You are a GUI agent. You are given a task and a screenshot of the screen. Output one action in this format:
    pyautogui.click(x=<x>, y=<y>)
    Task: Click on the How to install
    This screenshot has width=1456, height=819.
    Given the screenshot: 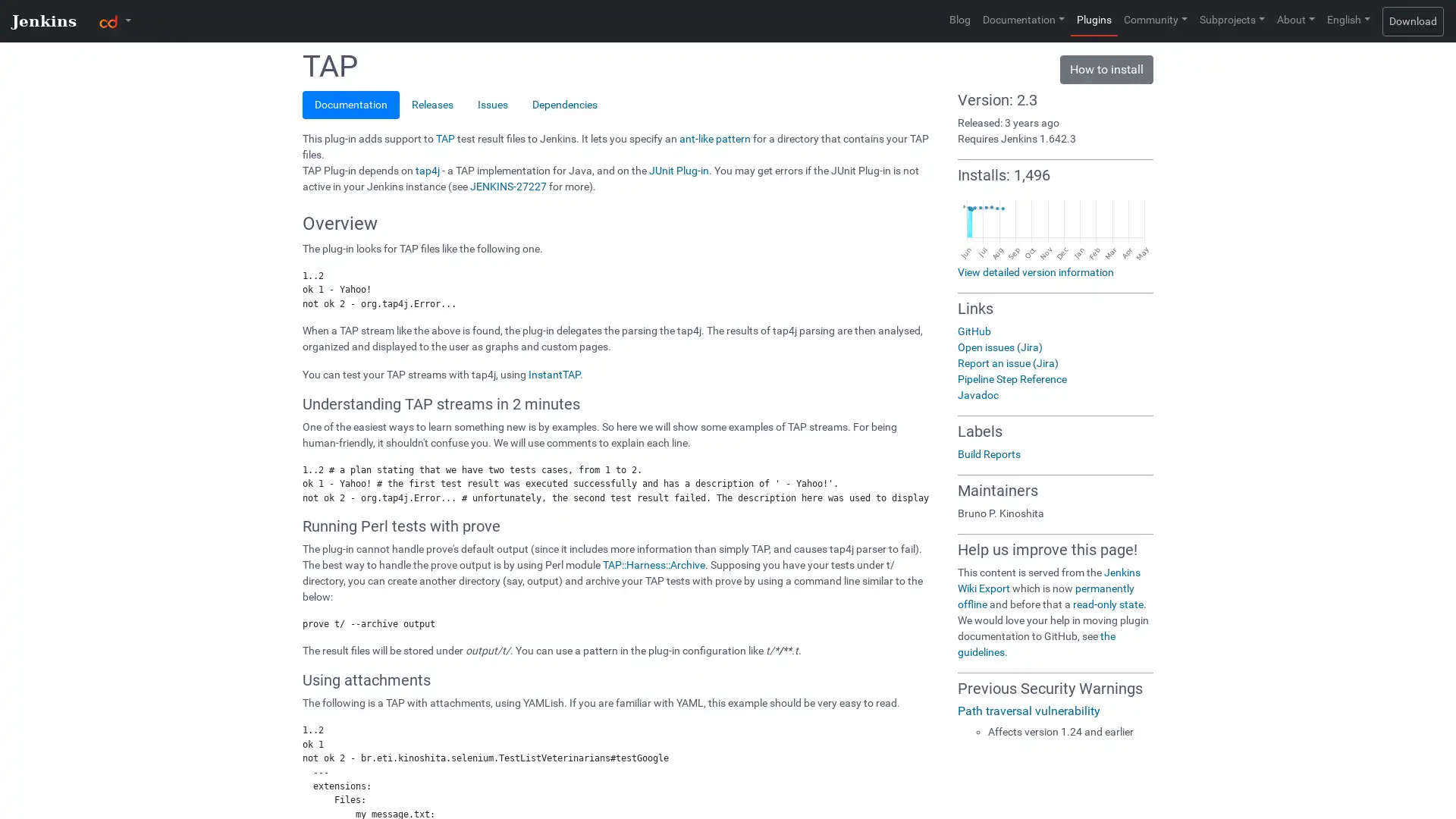 What is the action you would take?
    pyautogui.click(x=1106, y=70)
    